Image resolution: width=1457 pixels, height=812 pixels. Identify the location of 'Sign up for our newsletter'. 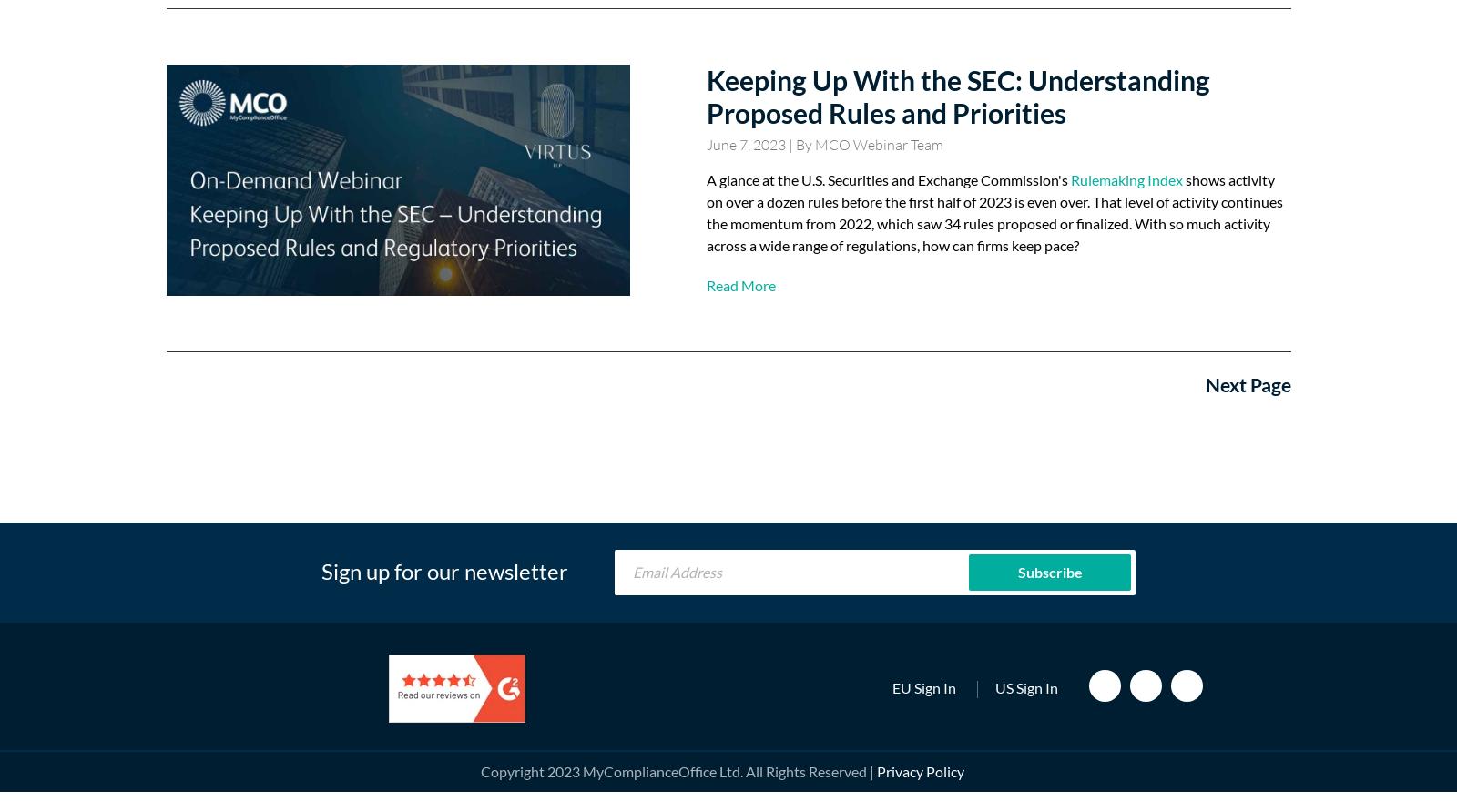
(321, 570).